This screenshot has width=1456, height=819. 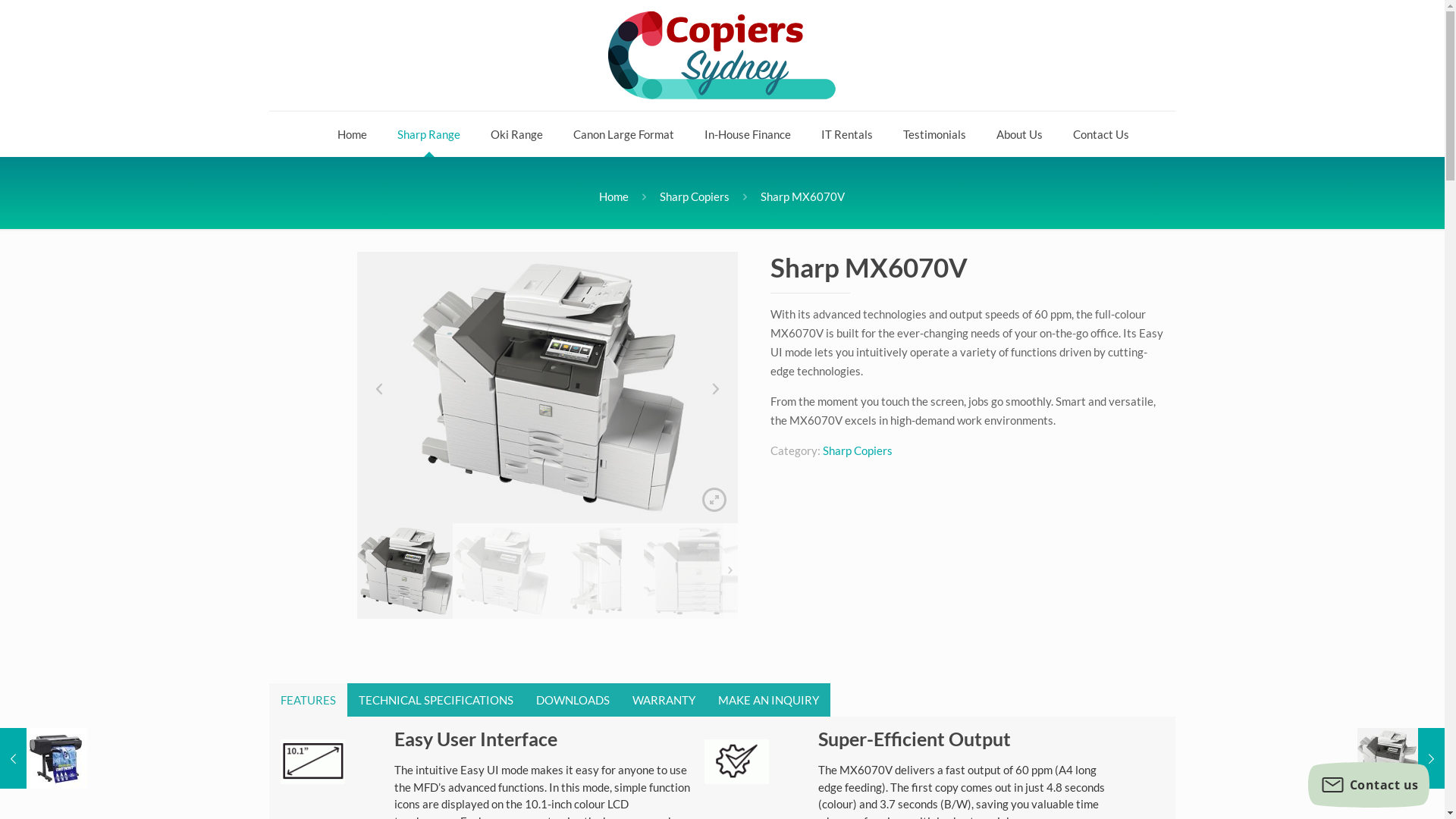 What do you see at coordinates (547, 386) in the screenshot?
I see `'MX6070V-01'` at bounding box center [547, 386].